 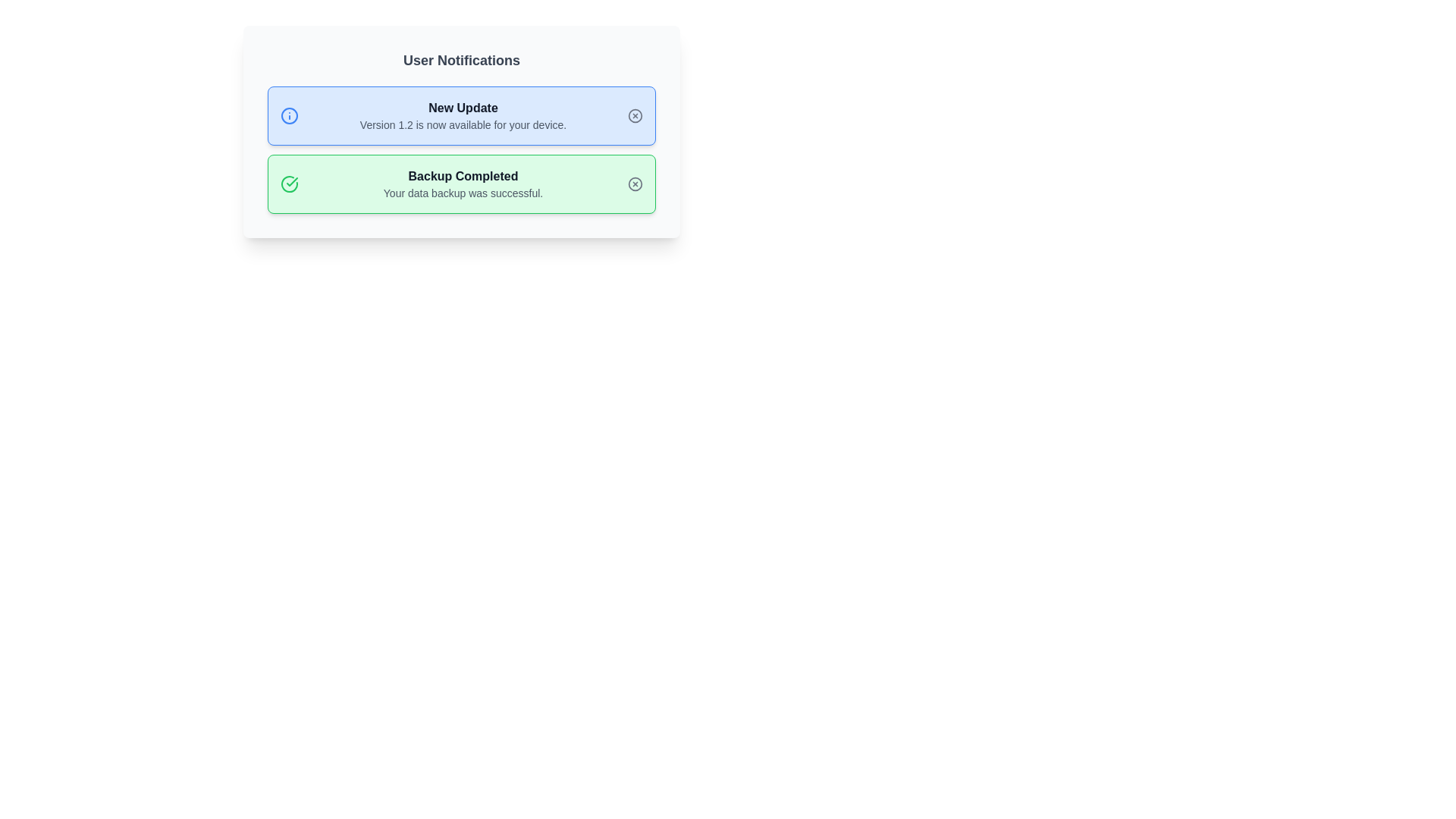 I want to click on the circular green icon with a checkmark inside, located in the bottom notification titled 'Backup Completed' in the left side of the notification panel, so click(x=290, y=184).